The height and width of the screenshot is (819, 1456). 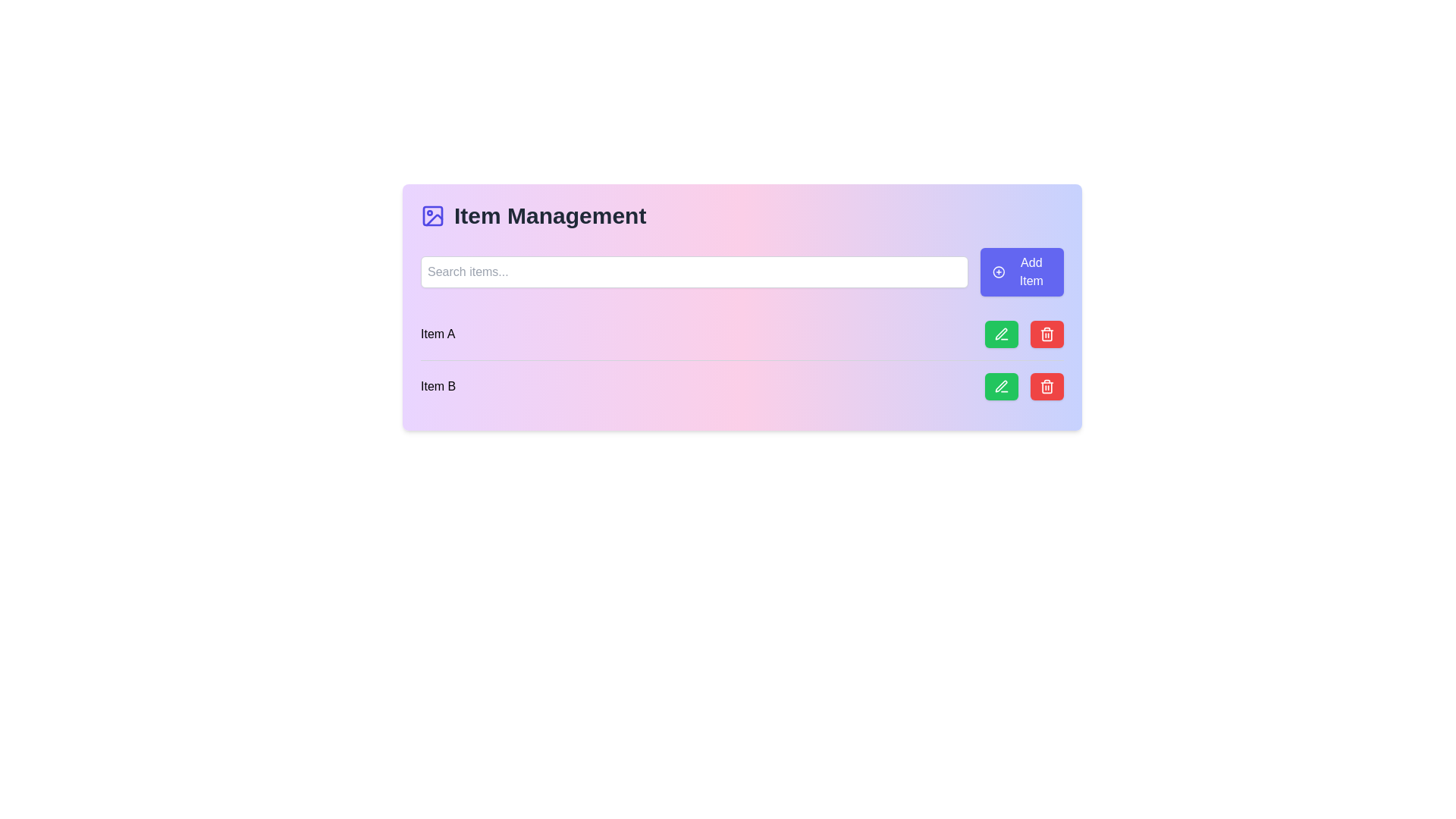 I want to click on the green rectangular button featuring a white pen icon, so click(x=1001, y=385).